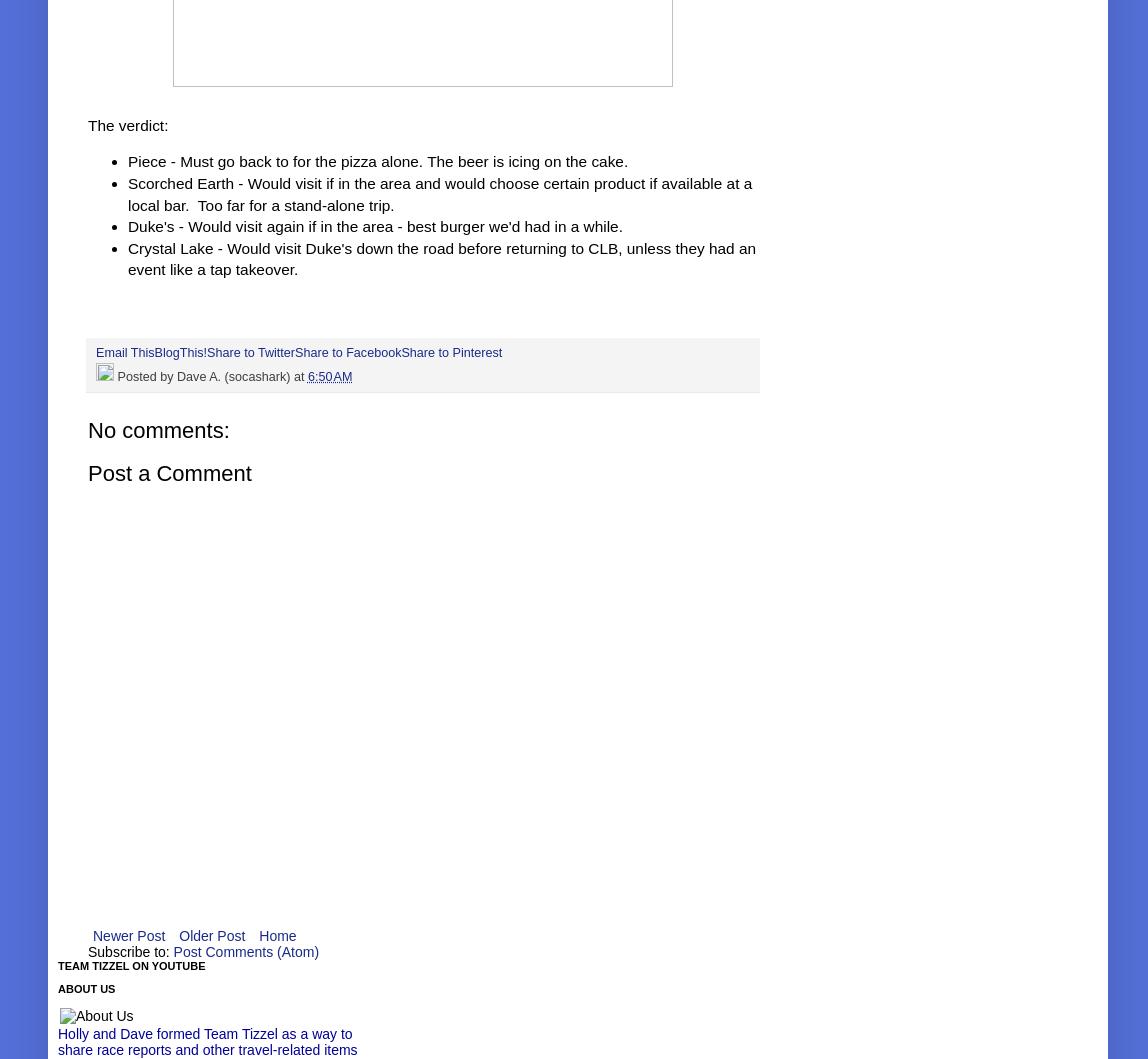 This screenshot has width=1148, height=1059. I want to click on 'Post a Comment', so click(169, 472).